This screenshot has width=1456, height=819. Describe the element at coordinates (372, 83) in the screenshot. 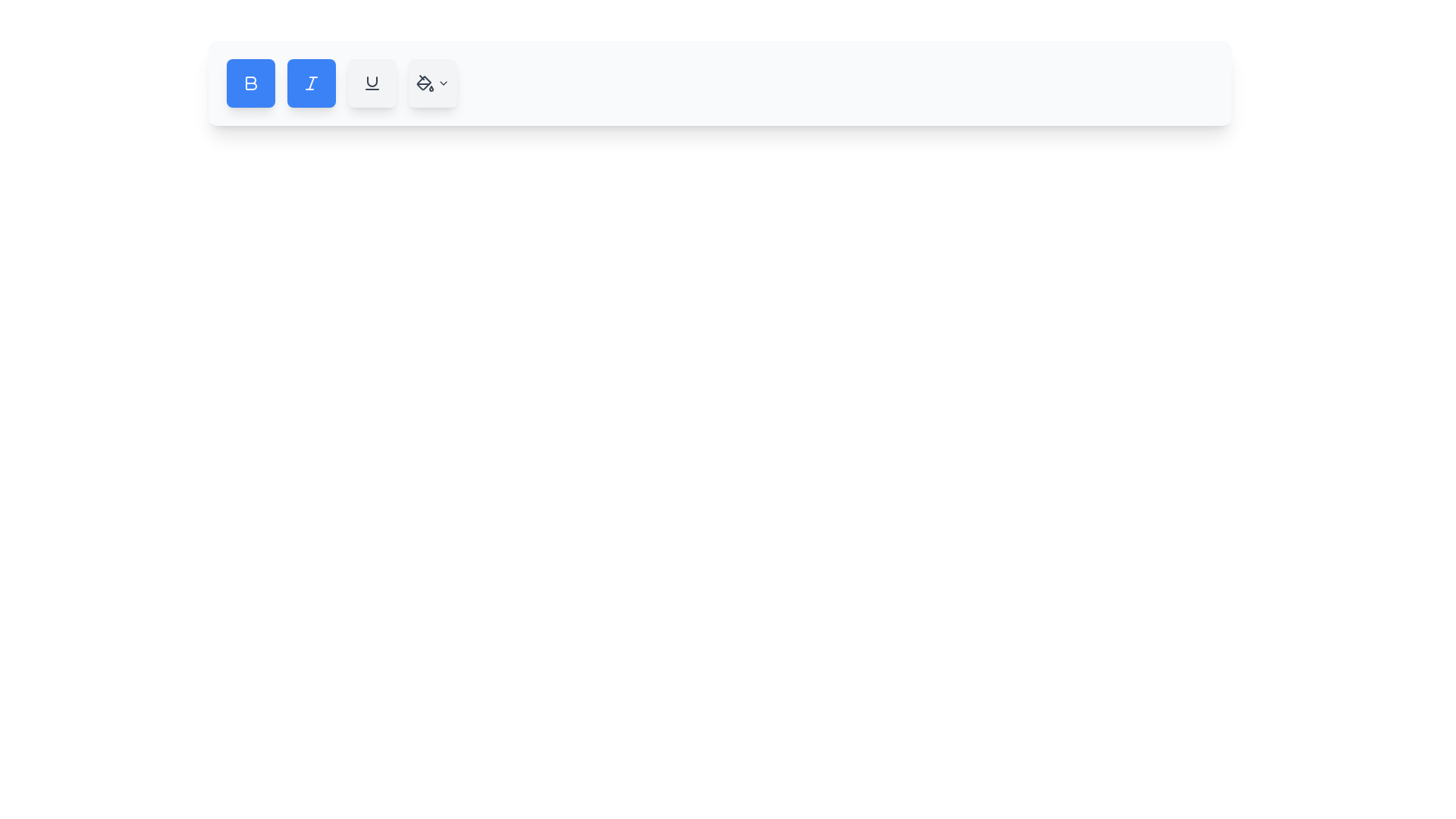

I see `the underline formatting button, which is the third button in the formatting toolbar located near the top-center of the interface` at that location.